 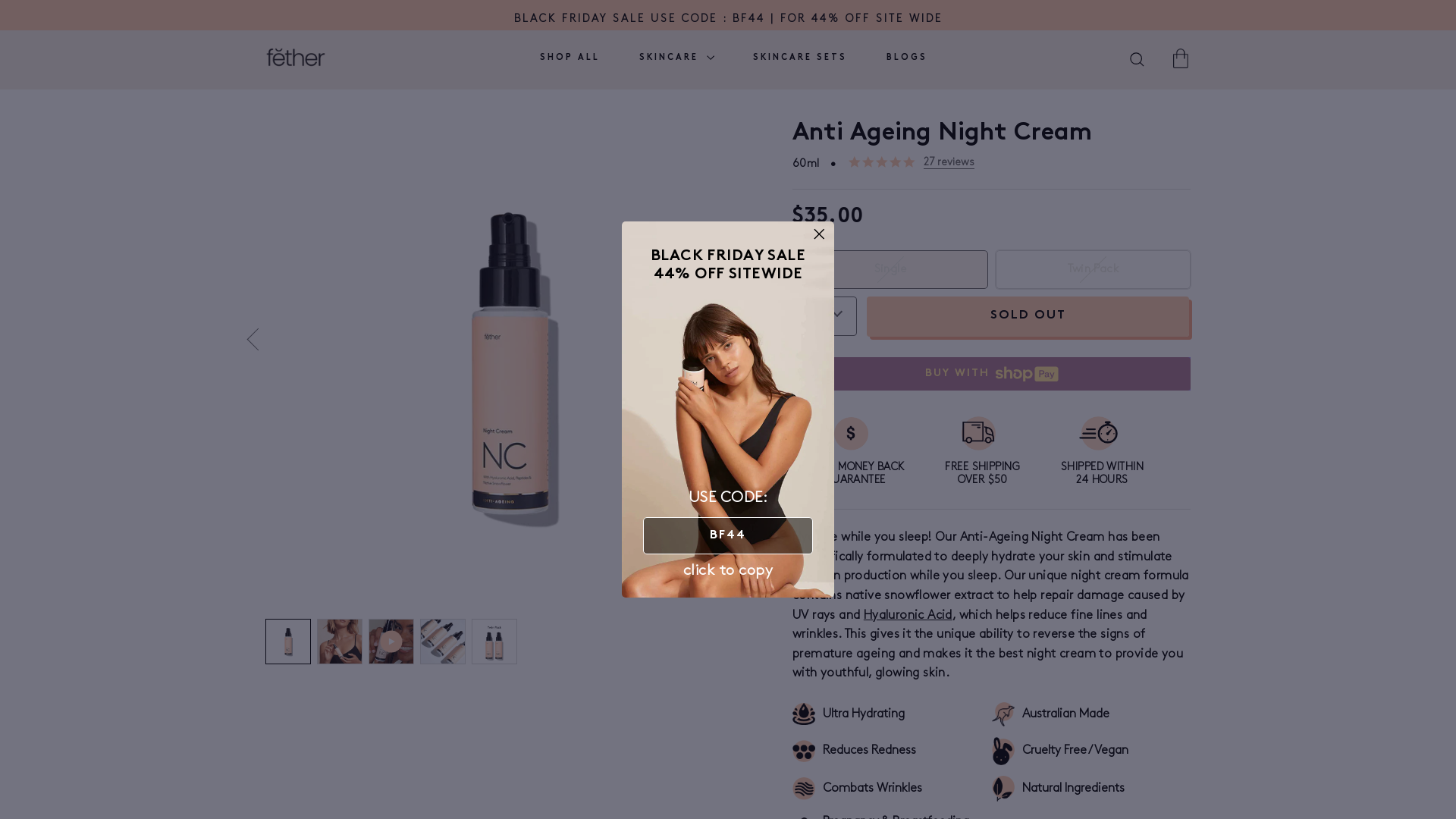 What do you see at coordinates (1137, 59) in the screenshot?
I see `'SEARCH'` at bounding box center [1137, 59].